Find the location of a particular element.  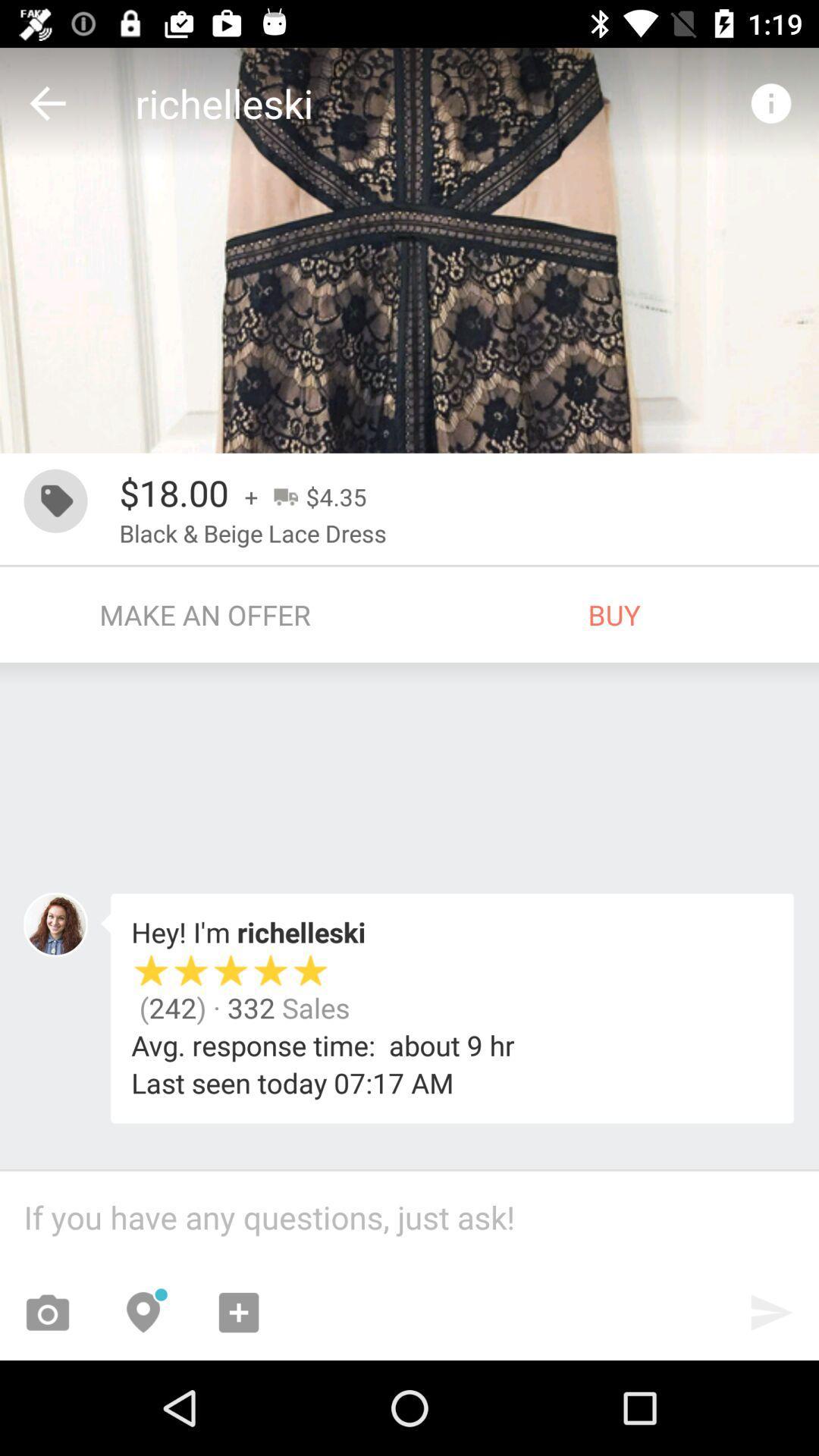

the add icon is located at coordinates (239, 1312).